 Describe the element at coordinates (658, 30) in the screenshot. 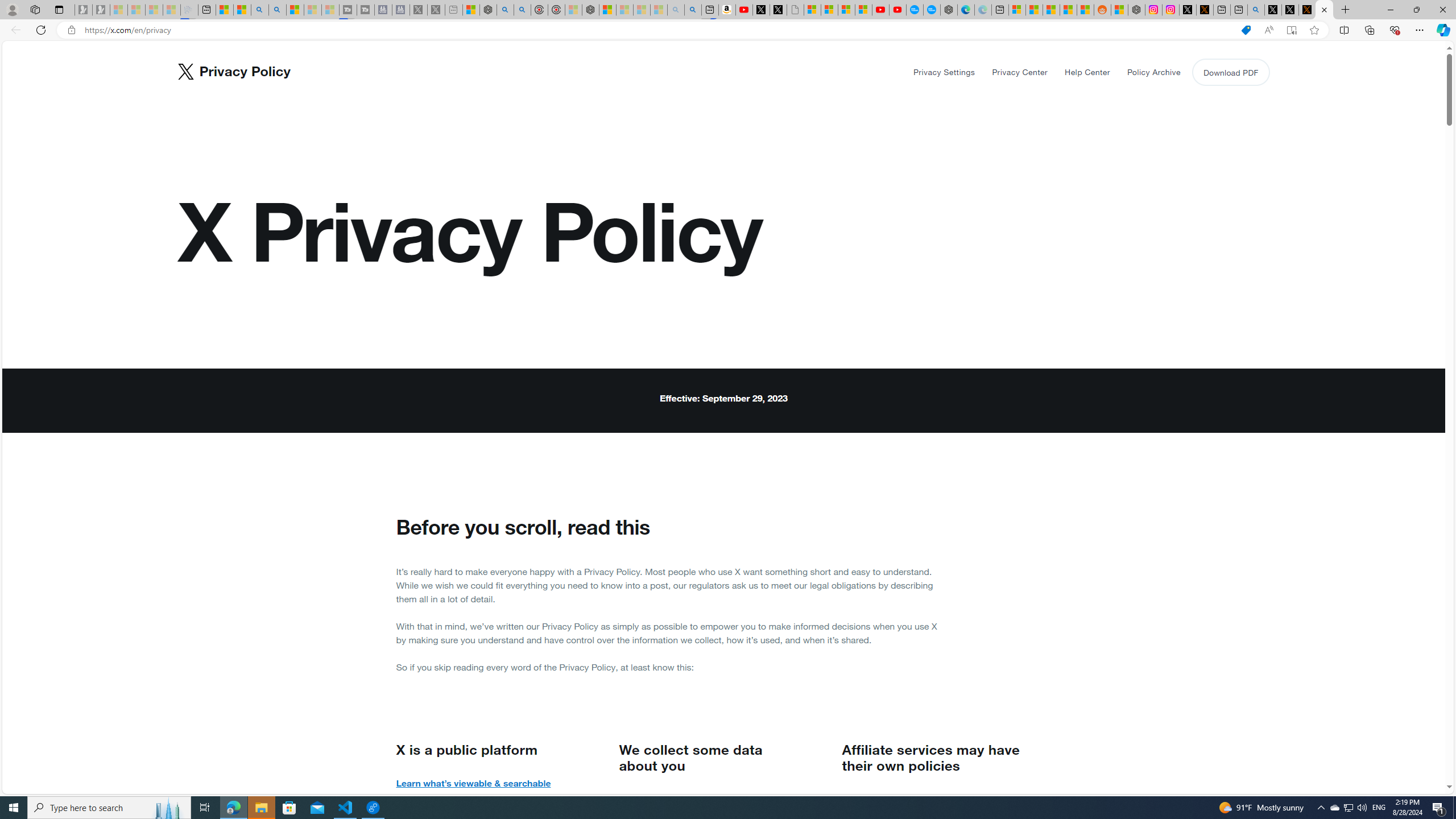

I see `'Address and search bar'` at that location.